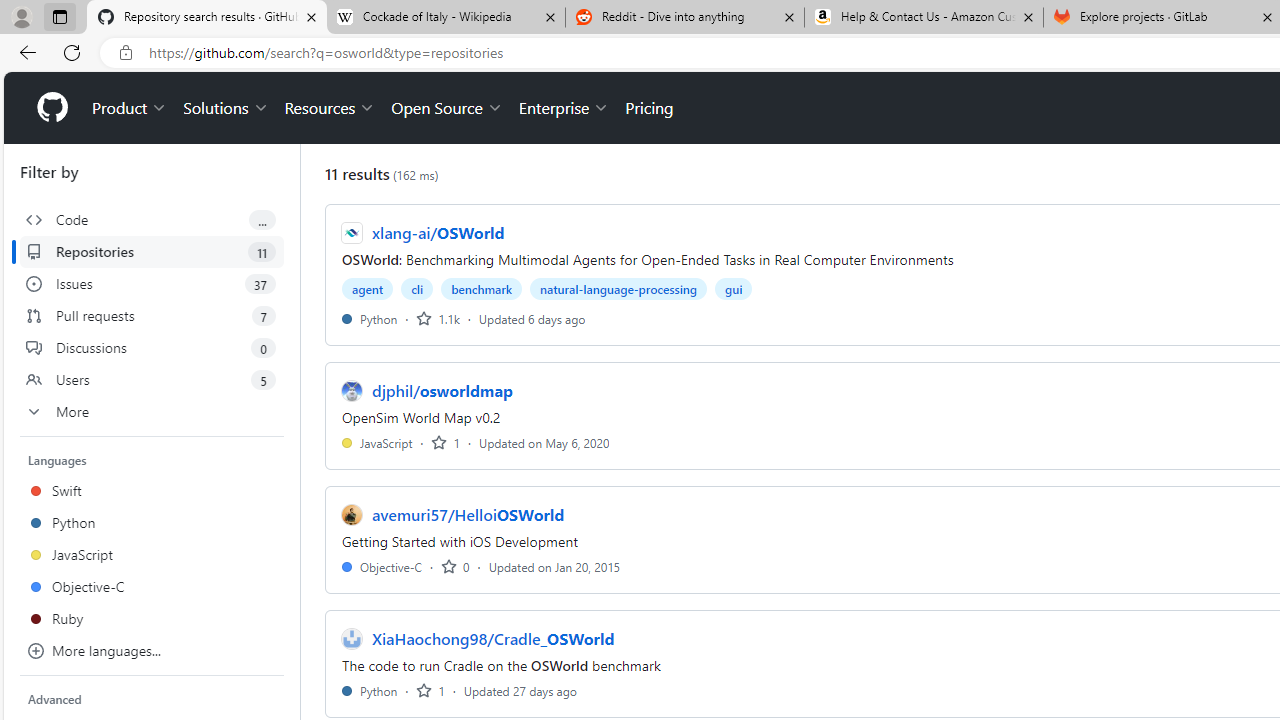 Image resolution: width=1280 pixels, height=720 pixels. I want to click on 'cli', so click(416, 289).